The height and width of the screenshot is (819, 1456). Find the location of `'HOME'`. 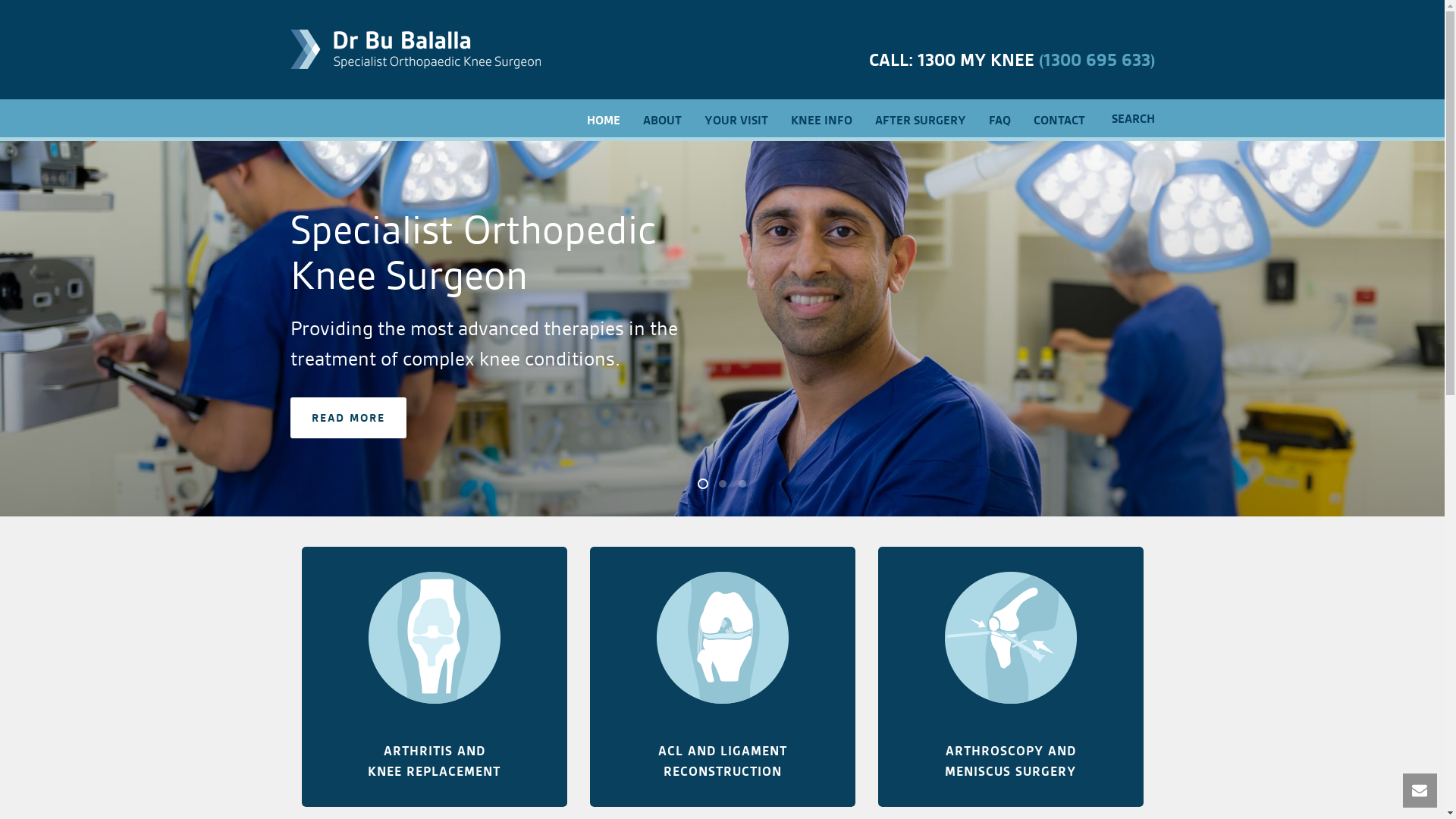

'HOME' is located at coordinates (574, 118).